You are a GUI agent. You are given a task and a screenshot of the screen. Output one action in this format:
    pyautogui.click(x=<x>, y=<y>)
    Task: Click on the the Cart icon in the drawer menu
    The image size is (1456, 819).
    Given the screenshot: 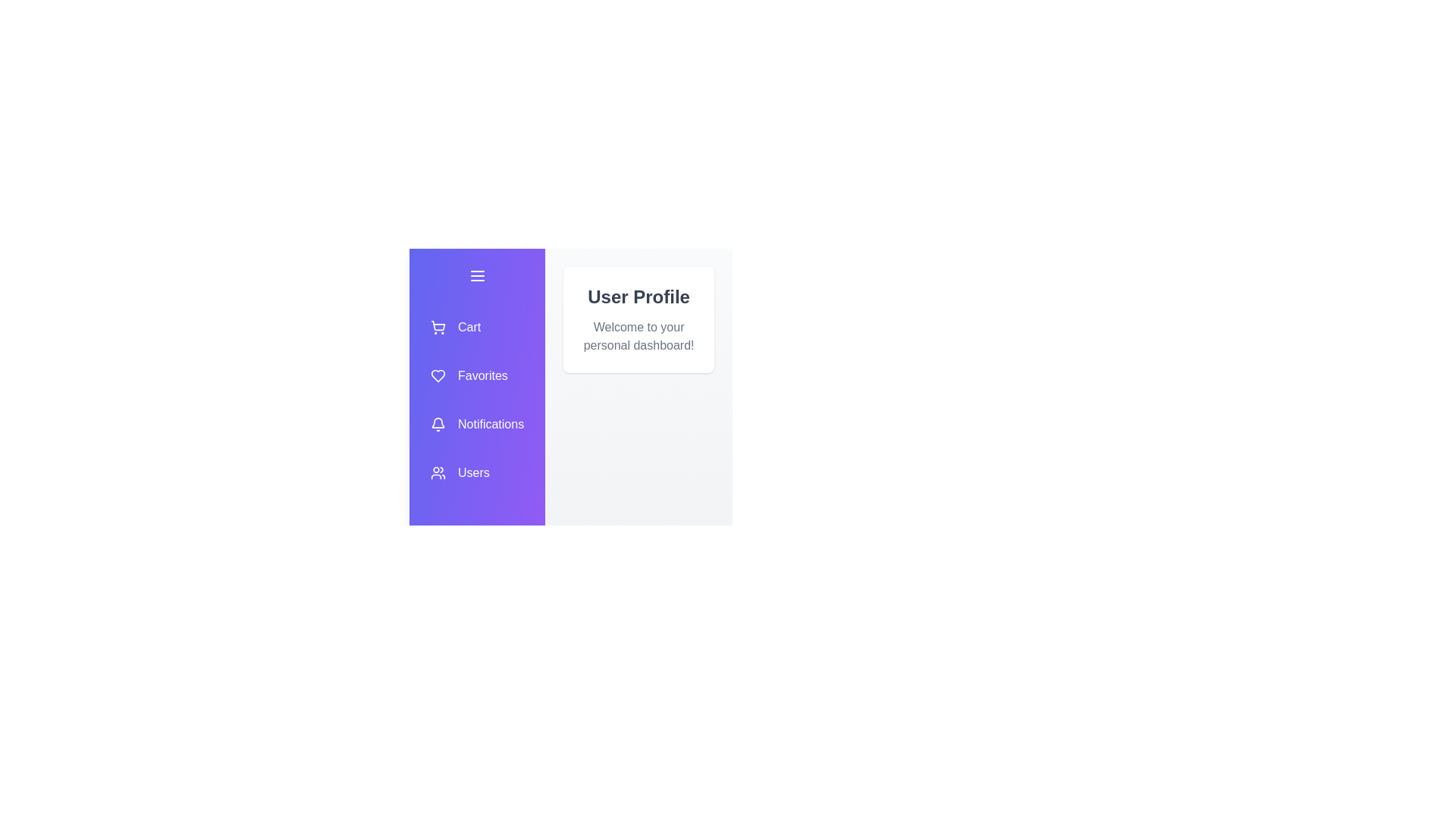 What is the action you would take?
    pyautogui.click(x=476, y=327)
    